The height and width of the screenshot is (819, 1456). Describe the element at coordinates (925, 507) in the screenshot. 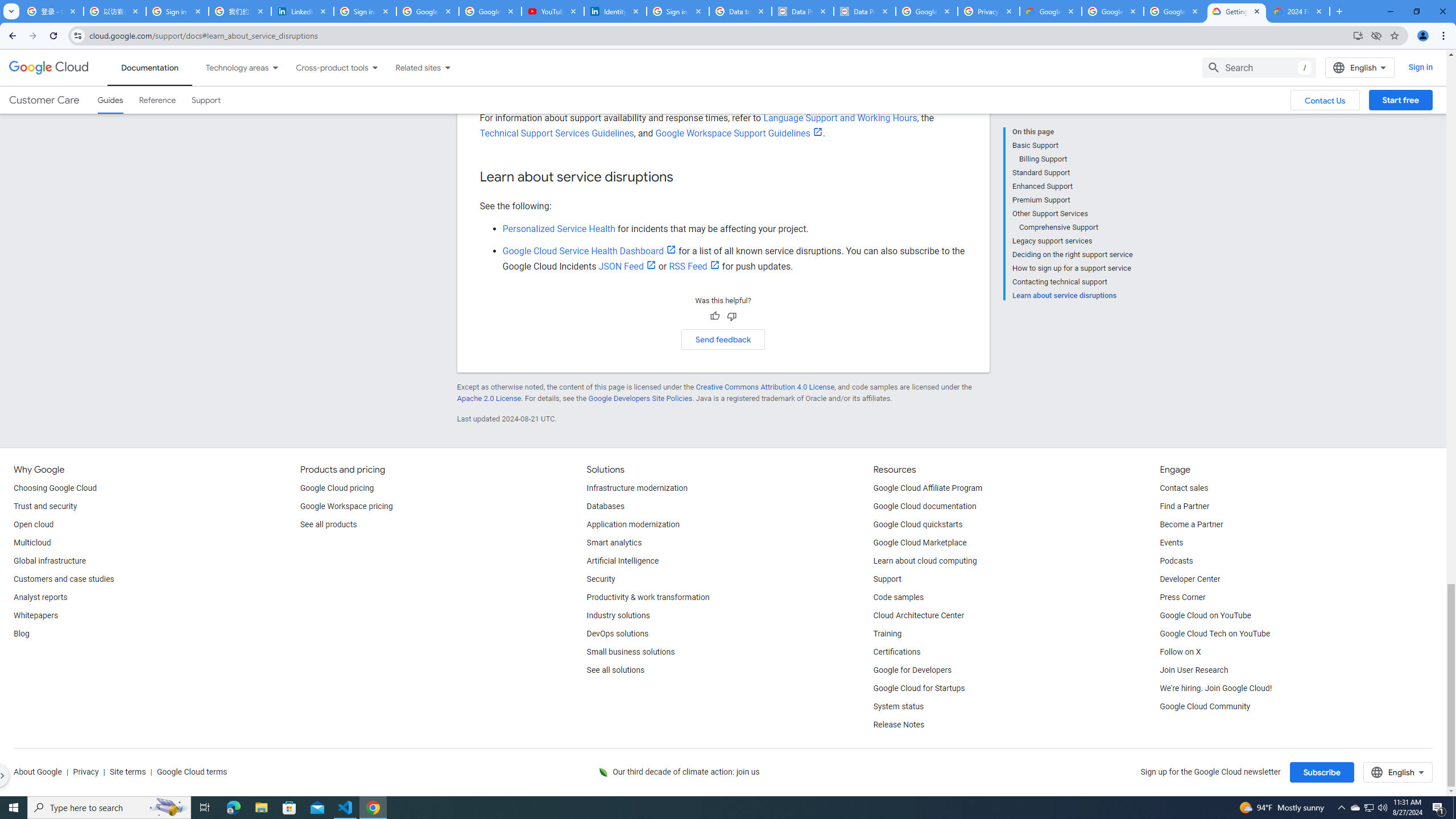

I see `'Google Cloud documentation'` at that location.